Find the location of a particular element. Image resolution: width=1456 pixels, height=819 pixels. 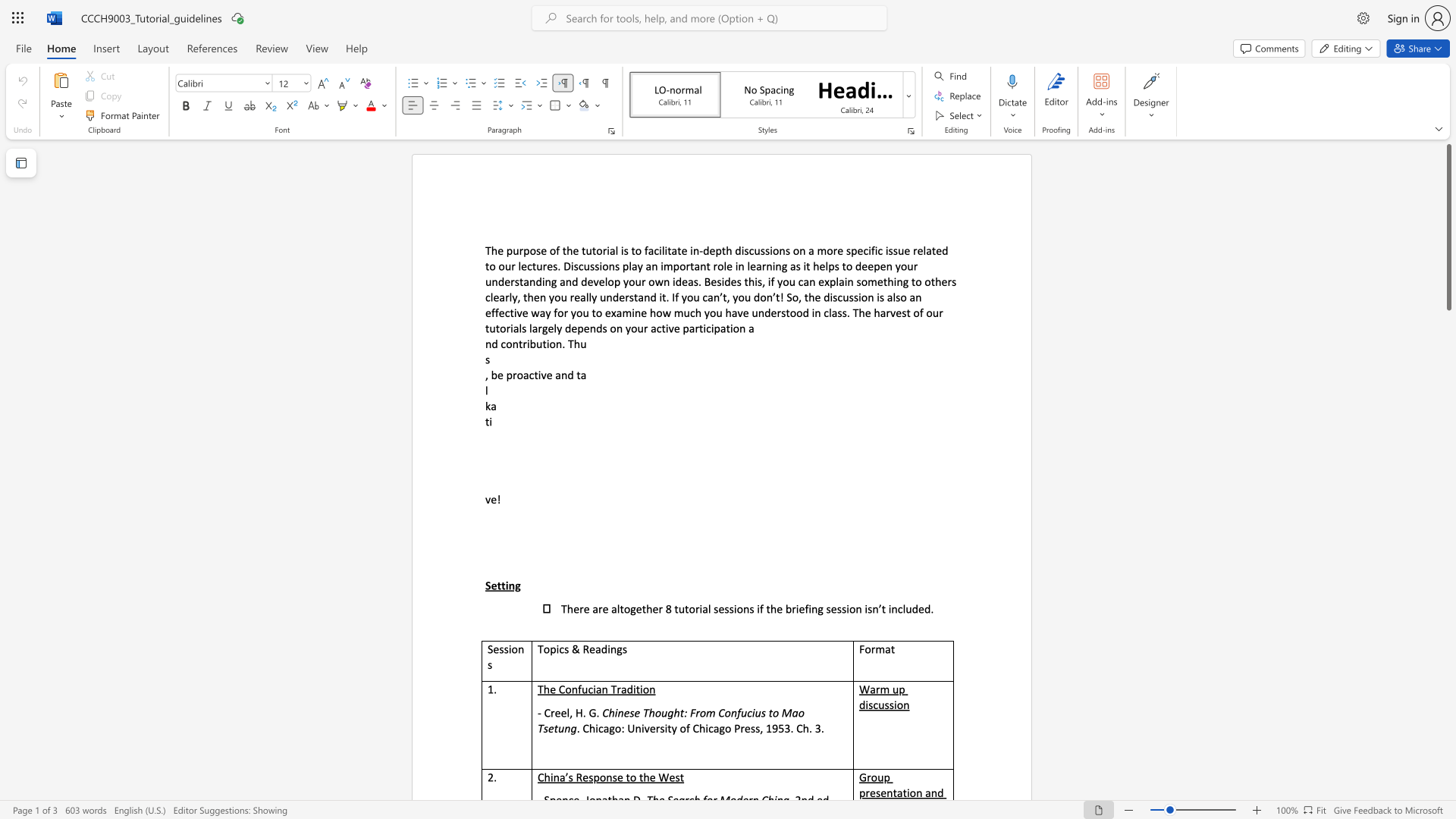

the scrollbar to adjust the page downward is located at coordinates (1448, 553).